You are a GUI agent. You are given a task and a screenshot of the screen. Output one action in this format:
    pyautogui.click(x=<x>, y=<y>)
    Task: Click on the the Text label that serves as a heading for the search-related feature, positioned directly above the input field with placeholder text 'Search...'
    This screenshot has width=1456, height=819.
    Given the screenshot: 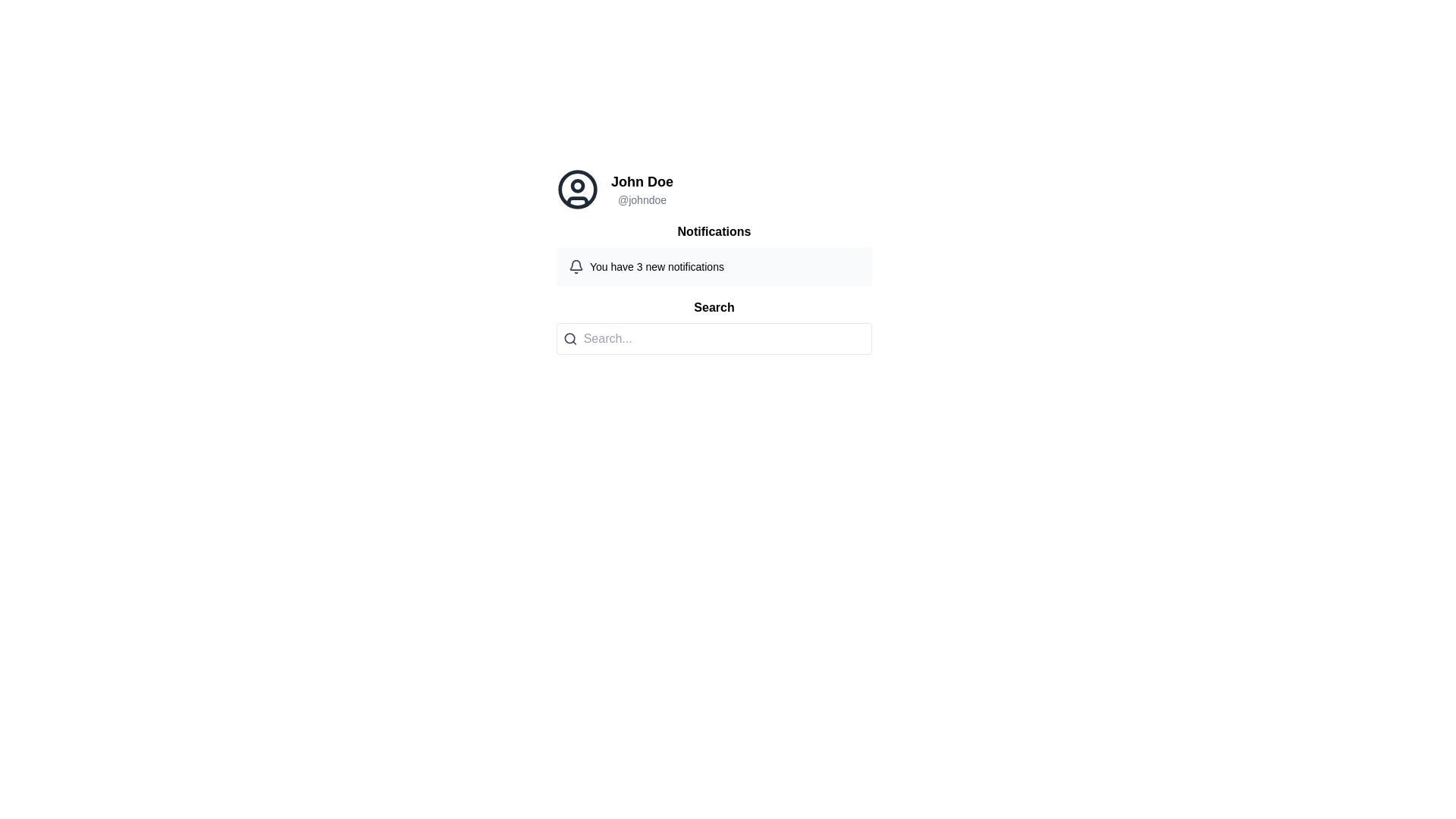 What is the action you would take?
    pyautogui.click(x=713, y=307)
    